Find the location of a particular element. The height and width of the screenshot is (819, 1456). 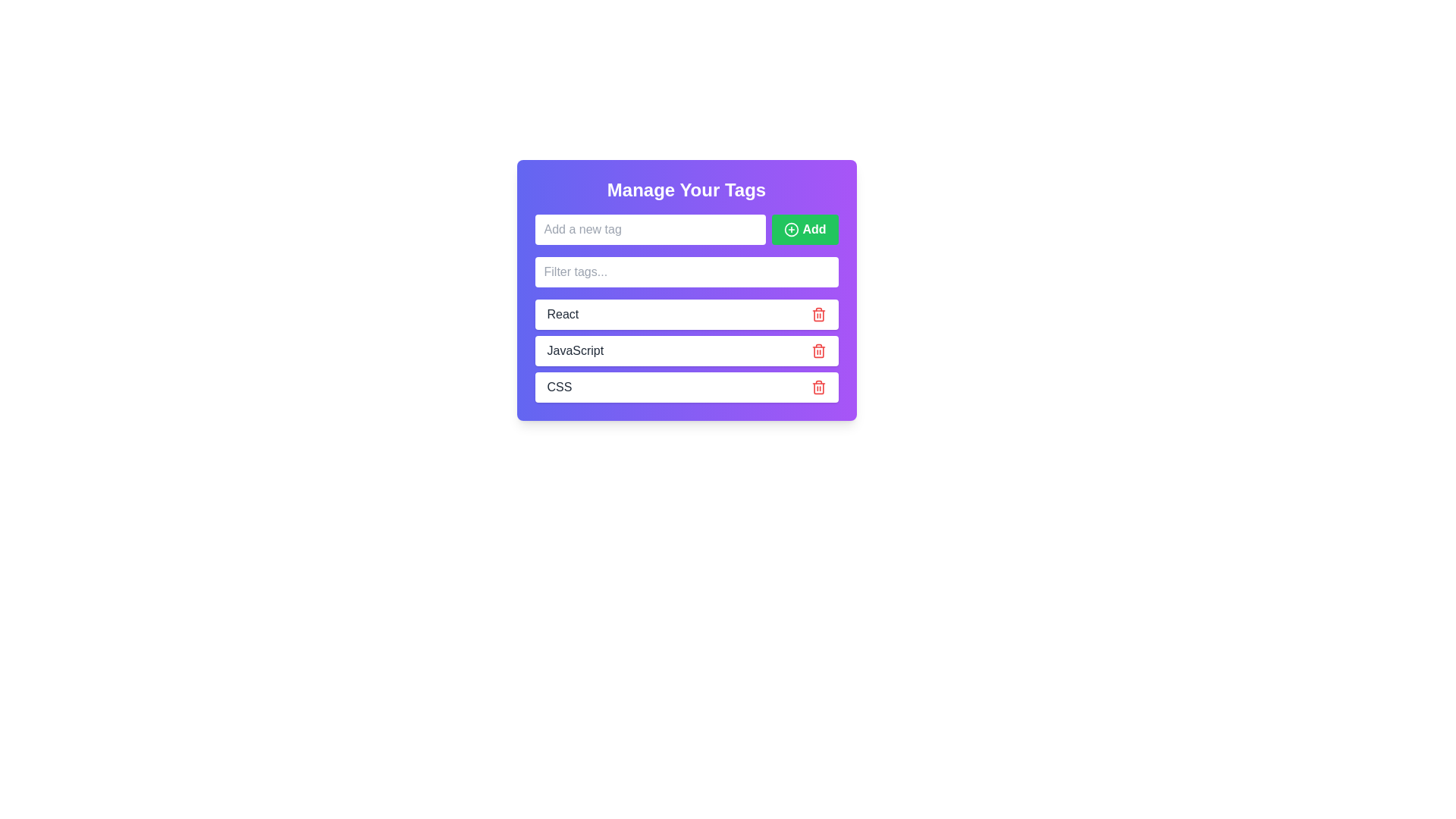

the icon within the 'Add' button, which symbolizes the action of adding a new item is located at coordinates (791, 230).